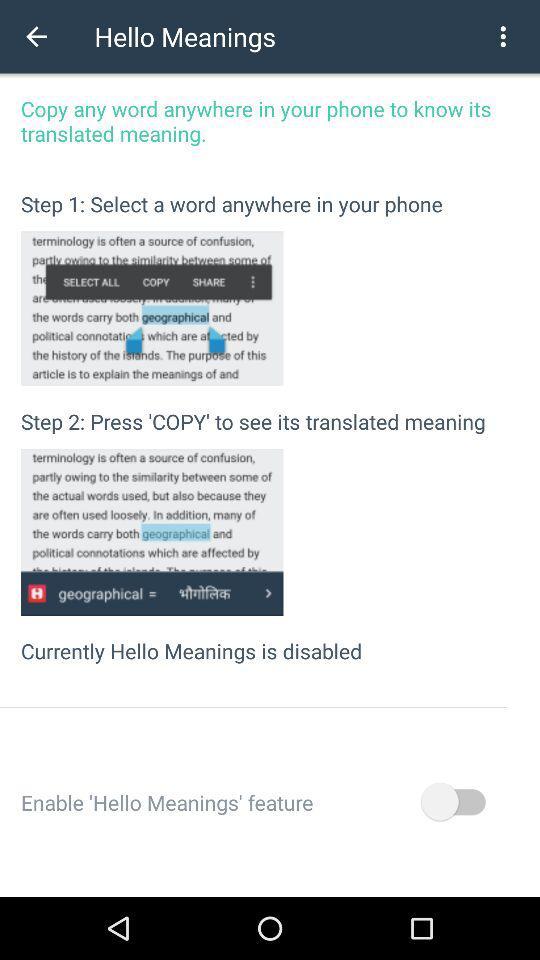 Image resolution: width=540 pixels, height=960 pixels. Describe the element at coordinates (452, 802) in the screenshot. I see `enable hello meanings` at that location.